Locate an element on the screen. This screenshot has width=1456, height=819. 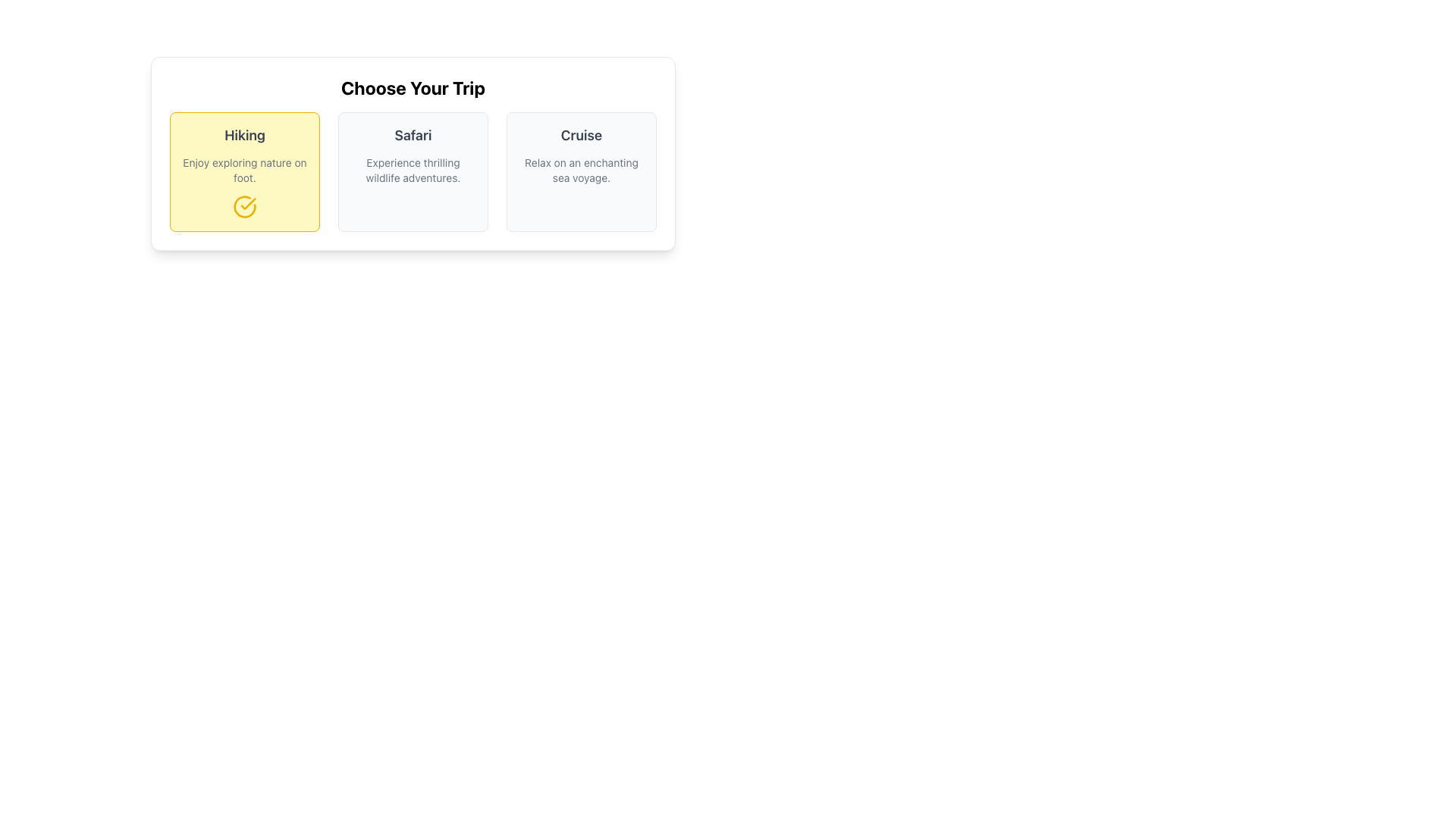
the decorative SVG element representing selection or confirmation associated with the 'Hiking' card, located in the trip selection section is located at coordinates (248, 203).